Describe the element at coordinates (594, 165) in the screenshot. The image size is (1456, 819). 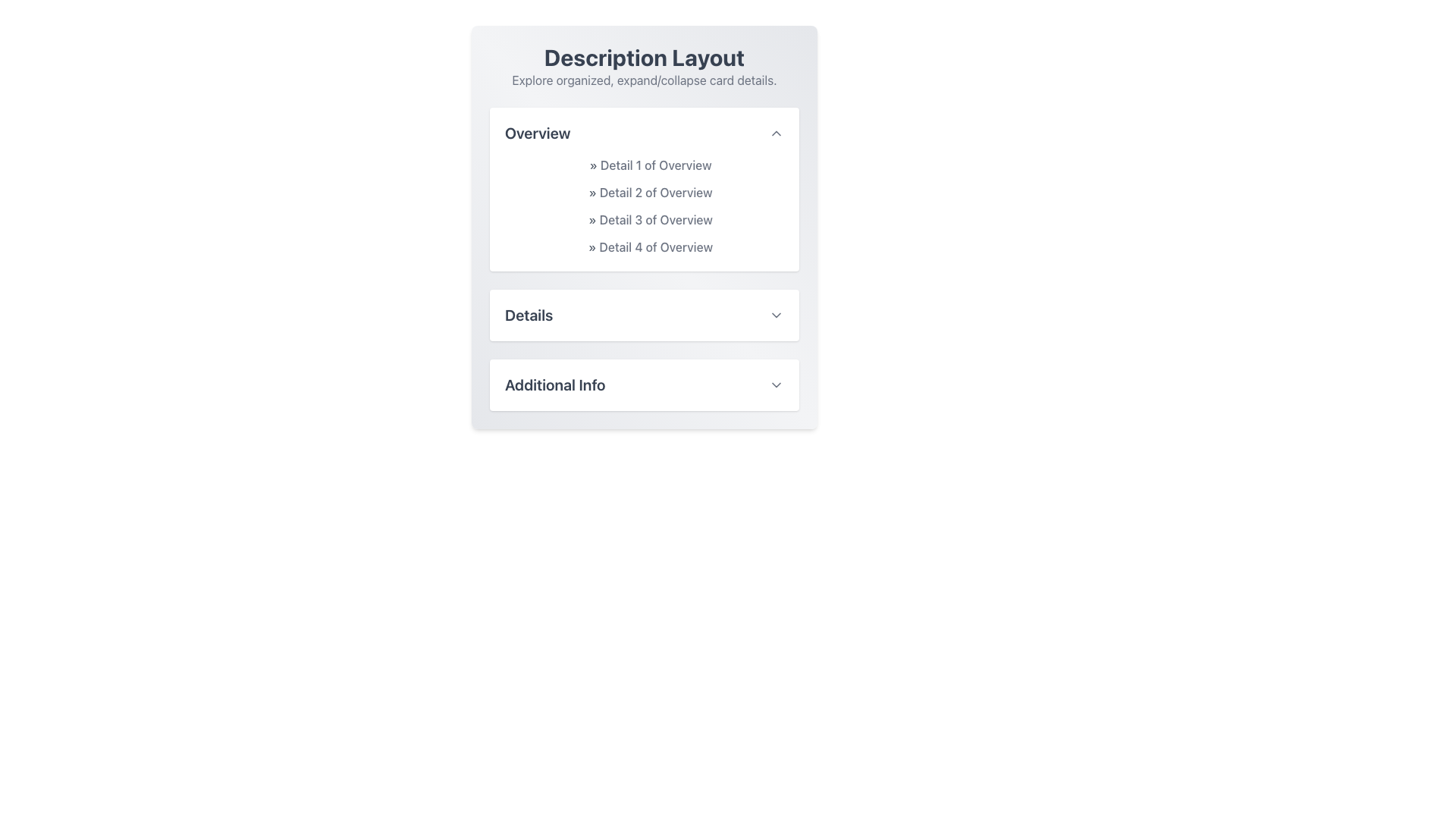
I see `the light gray decorative icon ('»') that is positioned at the start of the text line 'Detail 1 of Overview' within the collapsible 'Overview' section` at that location.